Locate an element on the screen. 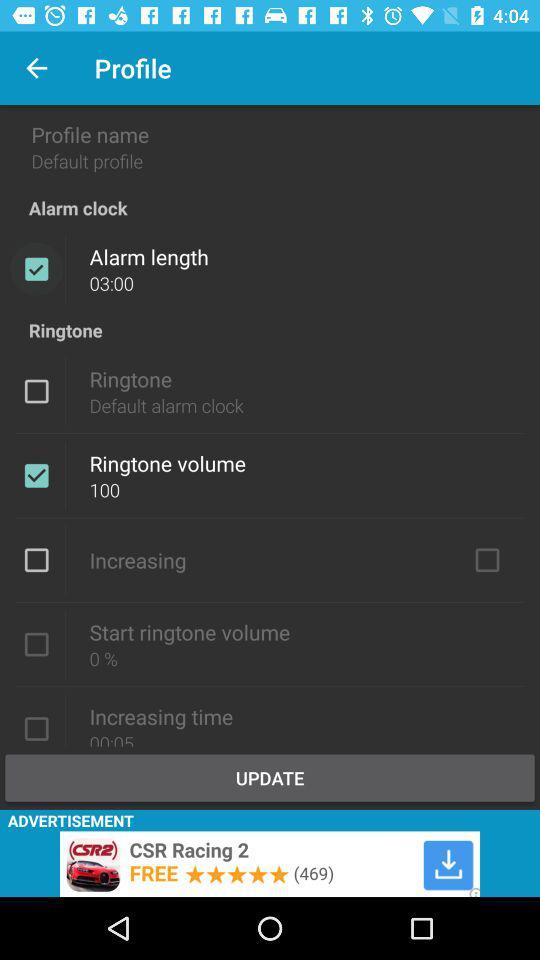 This screenshot has width=540, height=960. tick the increasing box is located at coordinates (486, 560).